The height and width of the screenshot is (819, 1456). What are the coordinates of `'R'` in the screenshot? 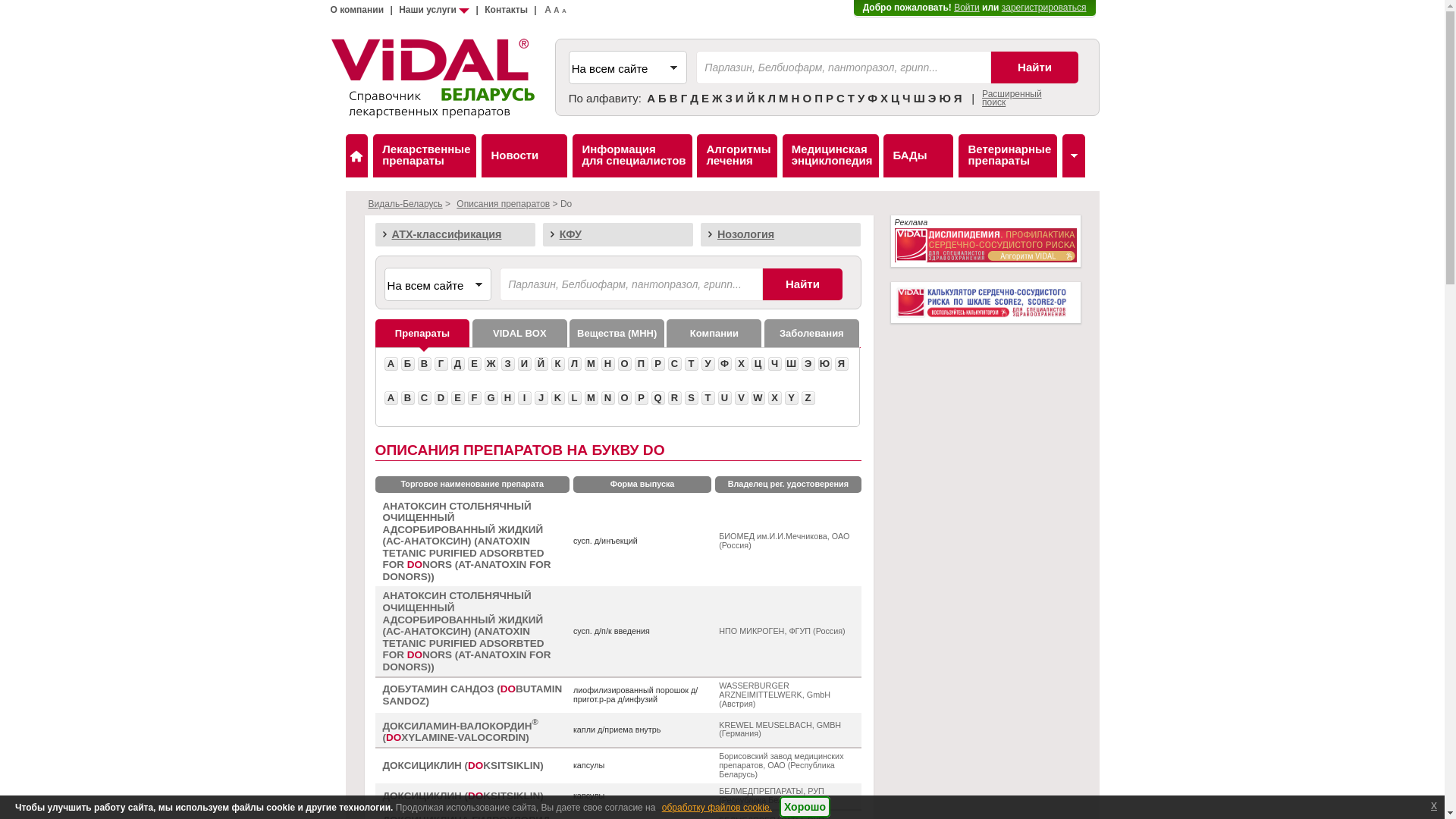 It's located at (673, 397).